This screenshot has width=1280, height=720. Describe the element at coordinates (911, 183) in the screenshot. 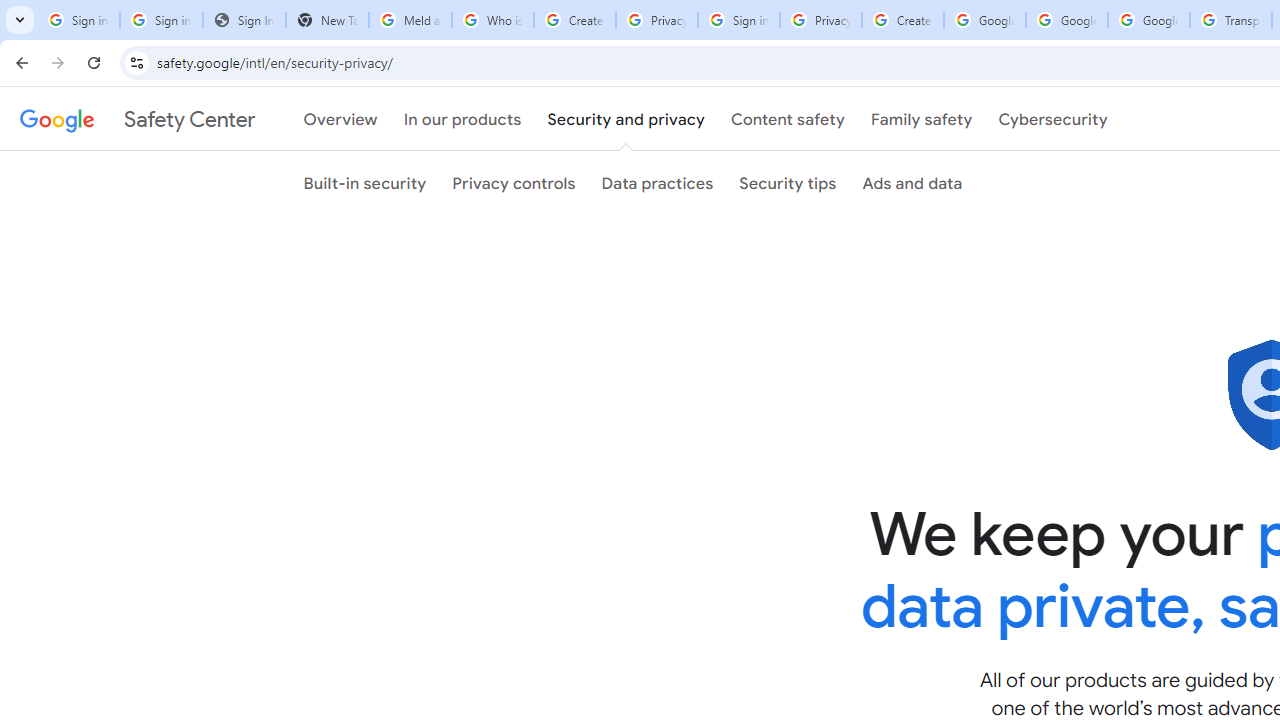

I see `'Ads and data'` at that location.